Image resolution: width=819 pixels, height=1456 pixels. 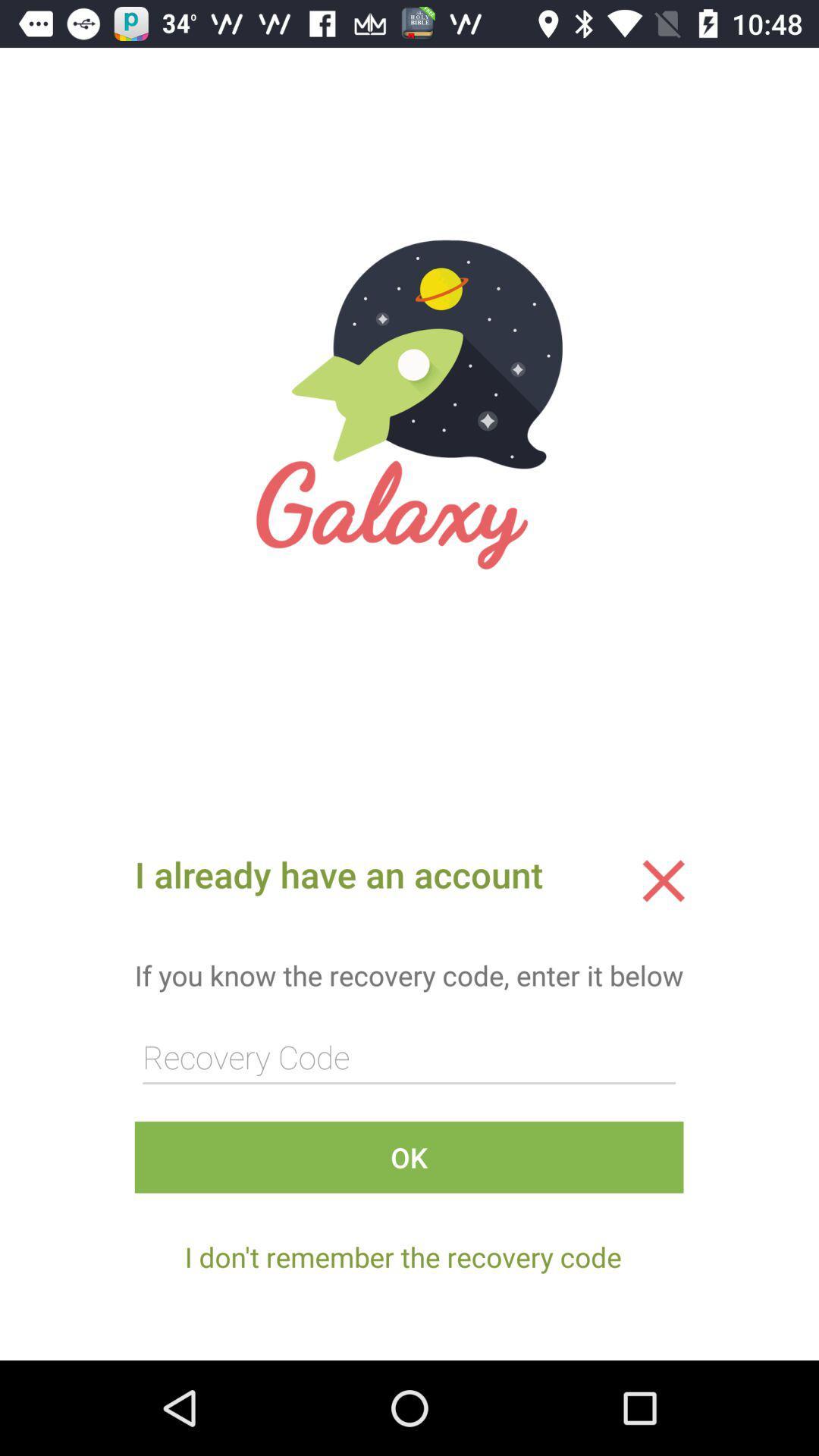 What do you see at coordinates (408, 1156) in the screenshot?
I see `the icon above i don t icon` at bounding box center [408, 1156].